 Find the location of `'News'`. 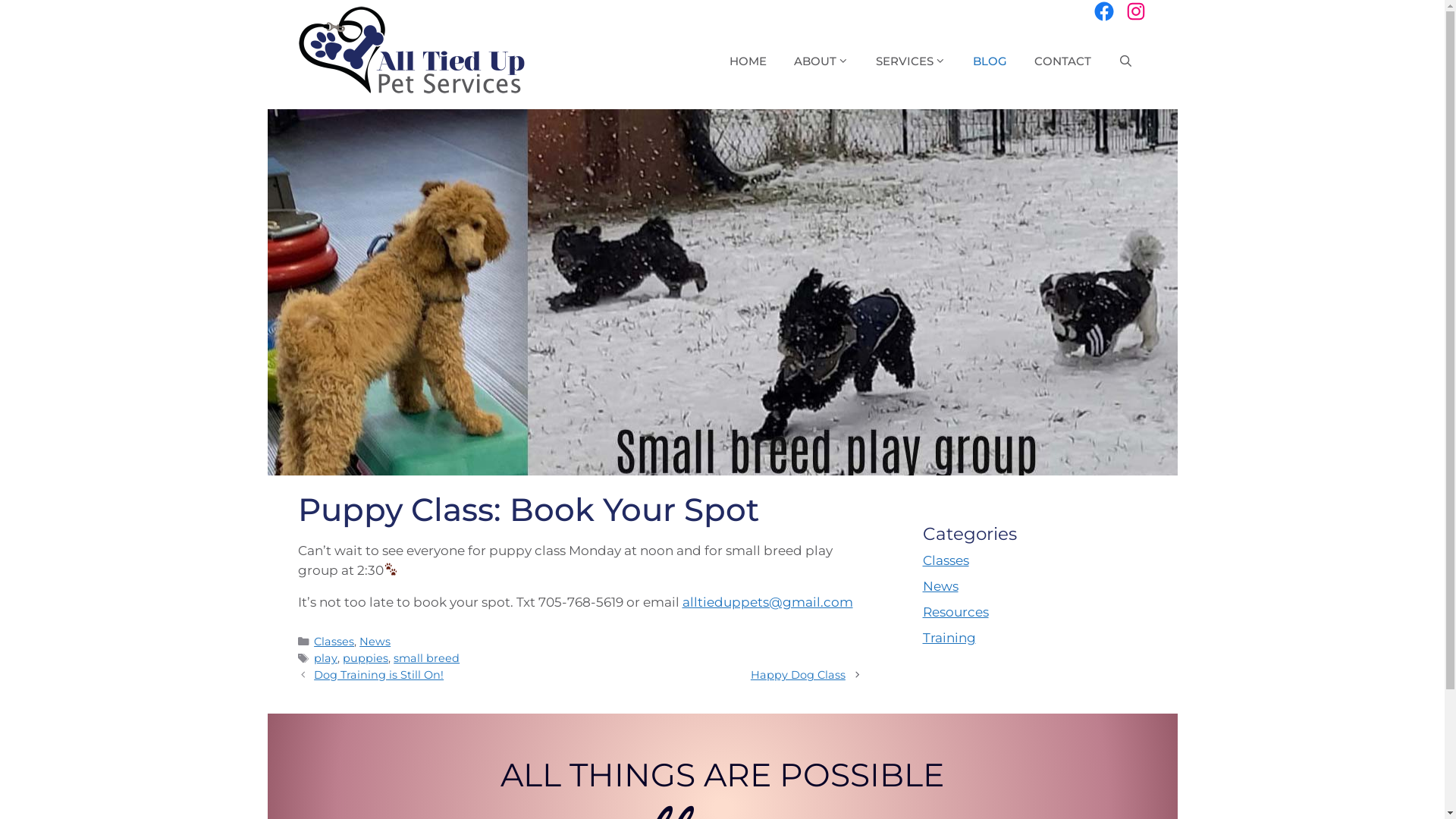

'News' is located at coordinates (375, 641).